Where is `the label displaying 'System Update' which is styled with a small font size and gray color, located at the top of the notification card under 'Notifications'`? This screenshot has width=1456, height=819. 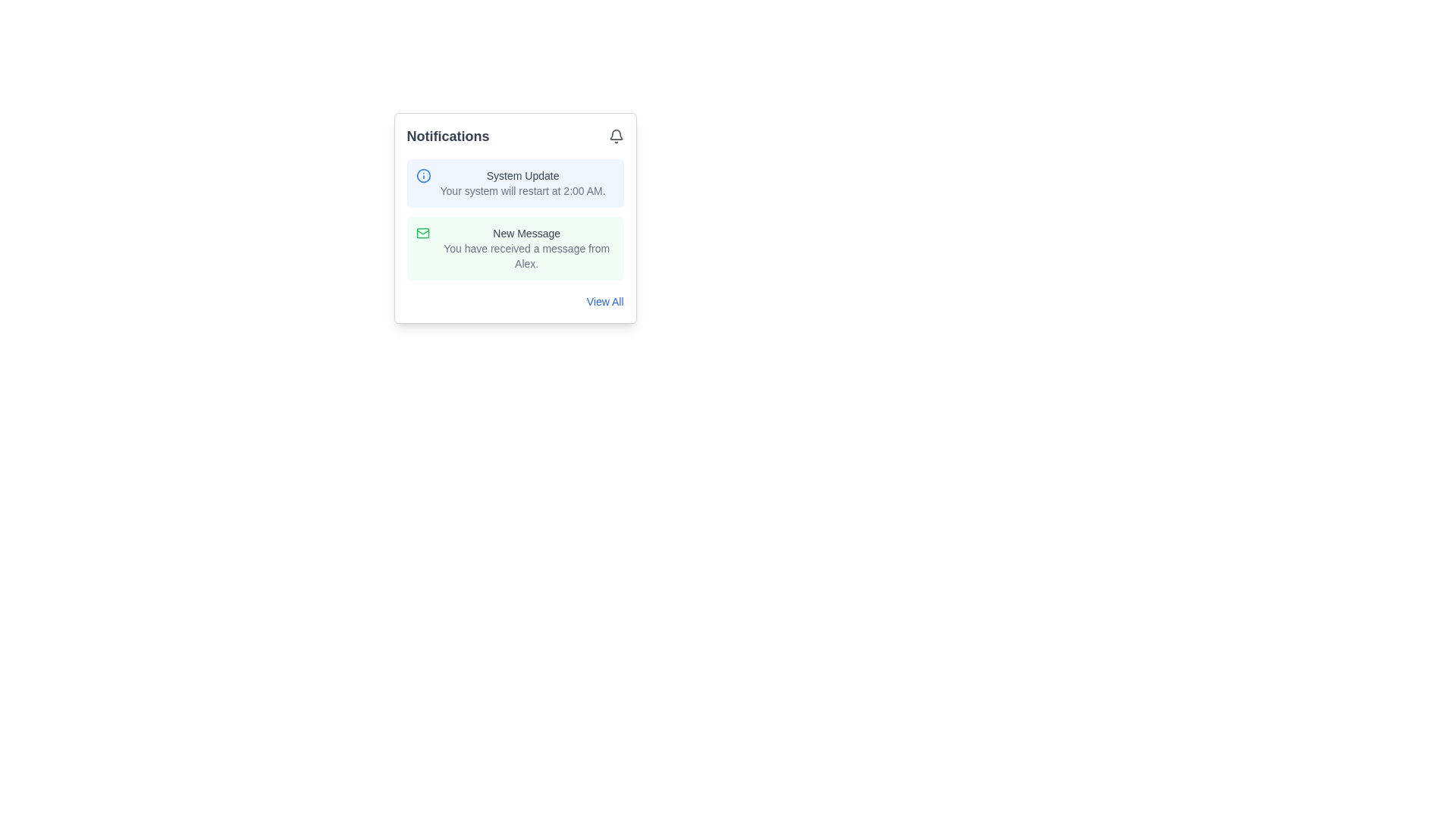 the label displaying 'System Update' which is styled with a small font size and gray color, located at the top of the notification card under 'Notifications' is located at coordinates (522, 174).